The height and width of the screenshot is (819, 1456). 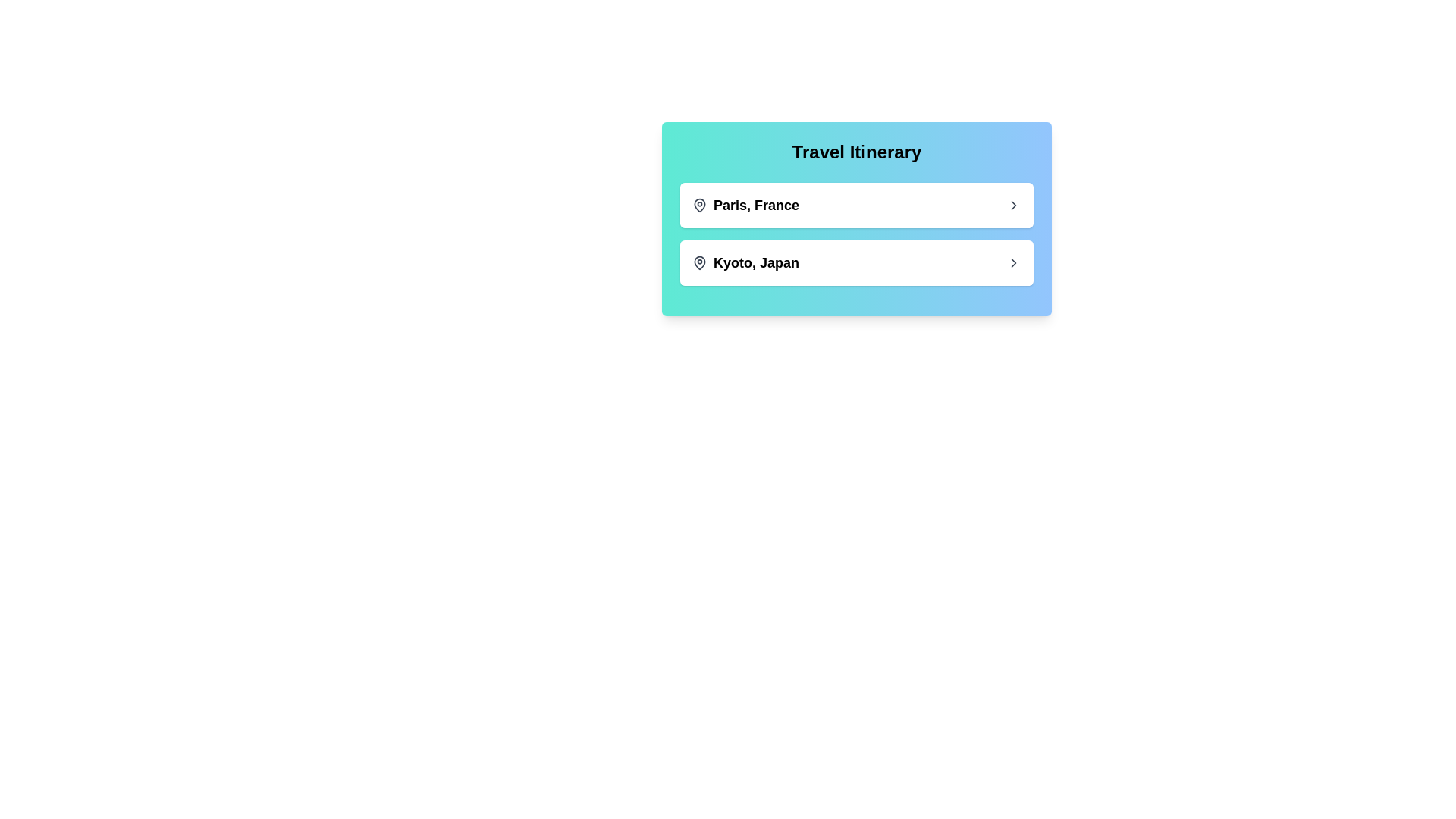 I want to click on the second travel itinerary option, so click(x=745, y=262).